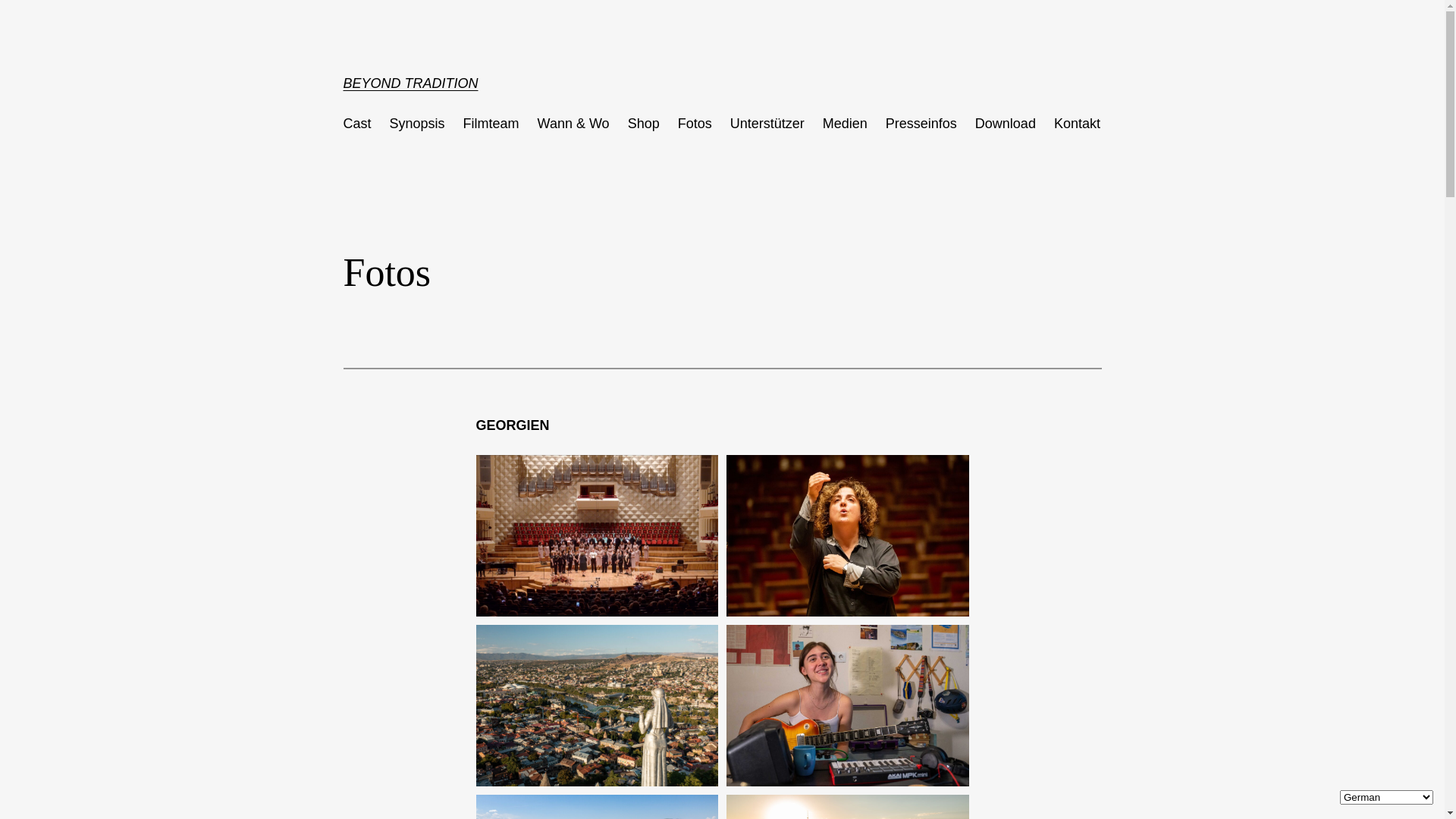 The width and height of the screenshot is (1456, 819). What do you see at coordinates (844, 123) in the screenshot?
I see `'Medien'` at bounding box center [844, 123].